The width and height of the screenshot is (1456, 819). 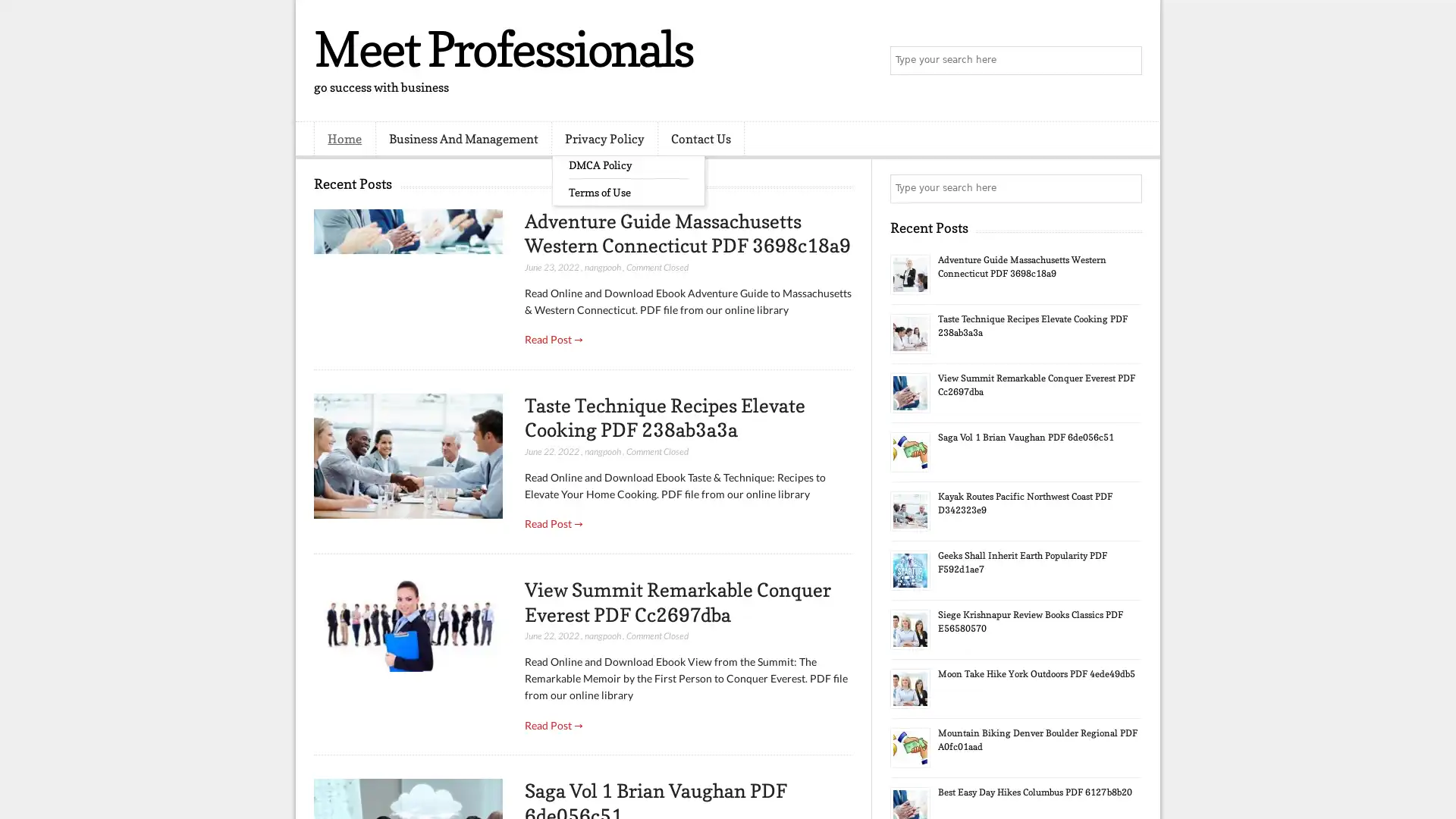 What do you see at coordinates (1126, 188) in the screenshot?
I see `Search` at bounding box center [1126, 188].